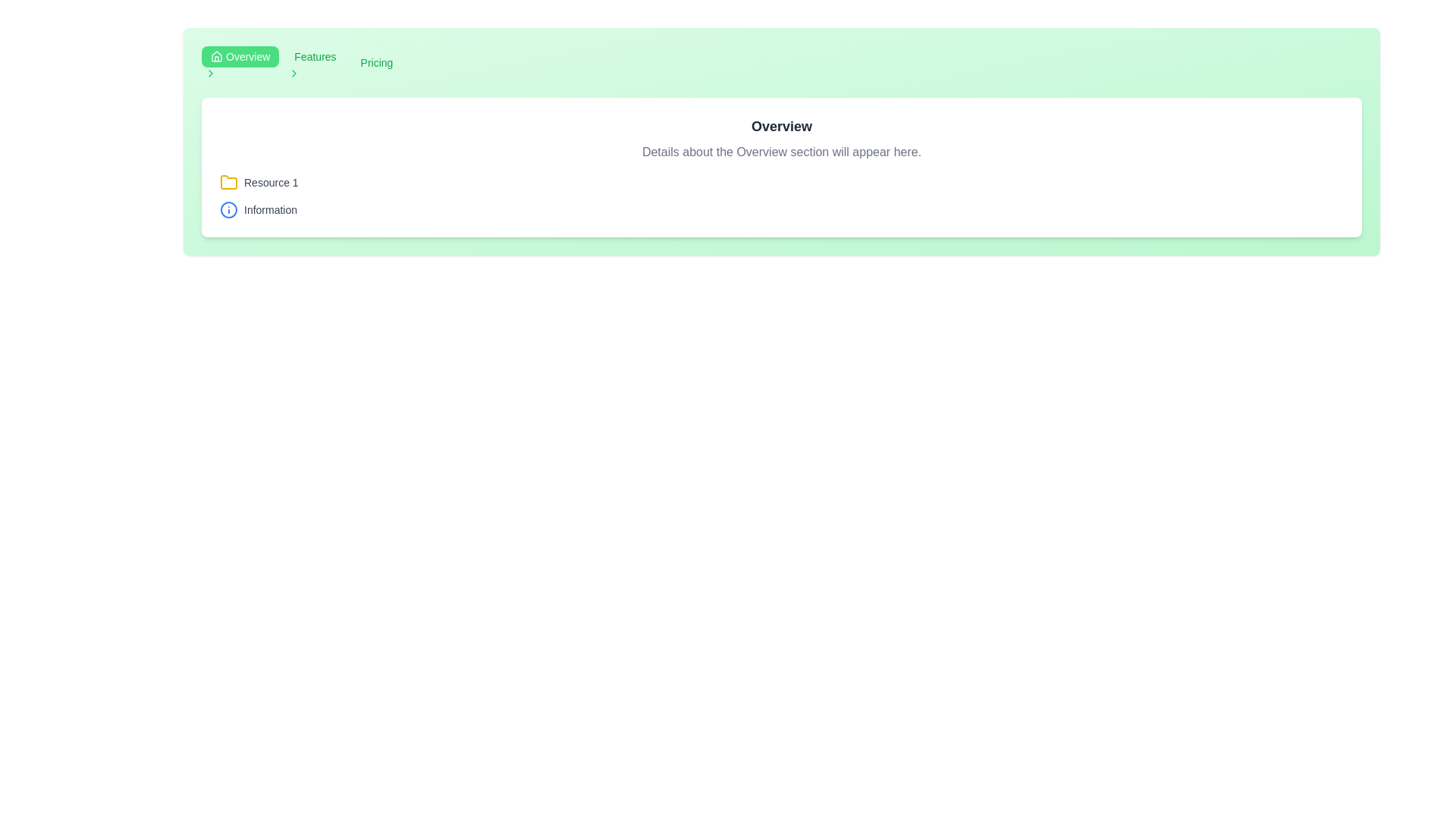  I want to click on text content of the label displaying 'Information', which is styled with small gray text and positioned beside an information icon, so click(270, 210).